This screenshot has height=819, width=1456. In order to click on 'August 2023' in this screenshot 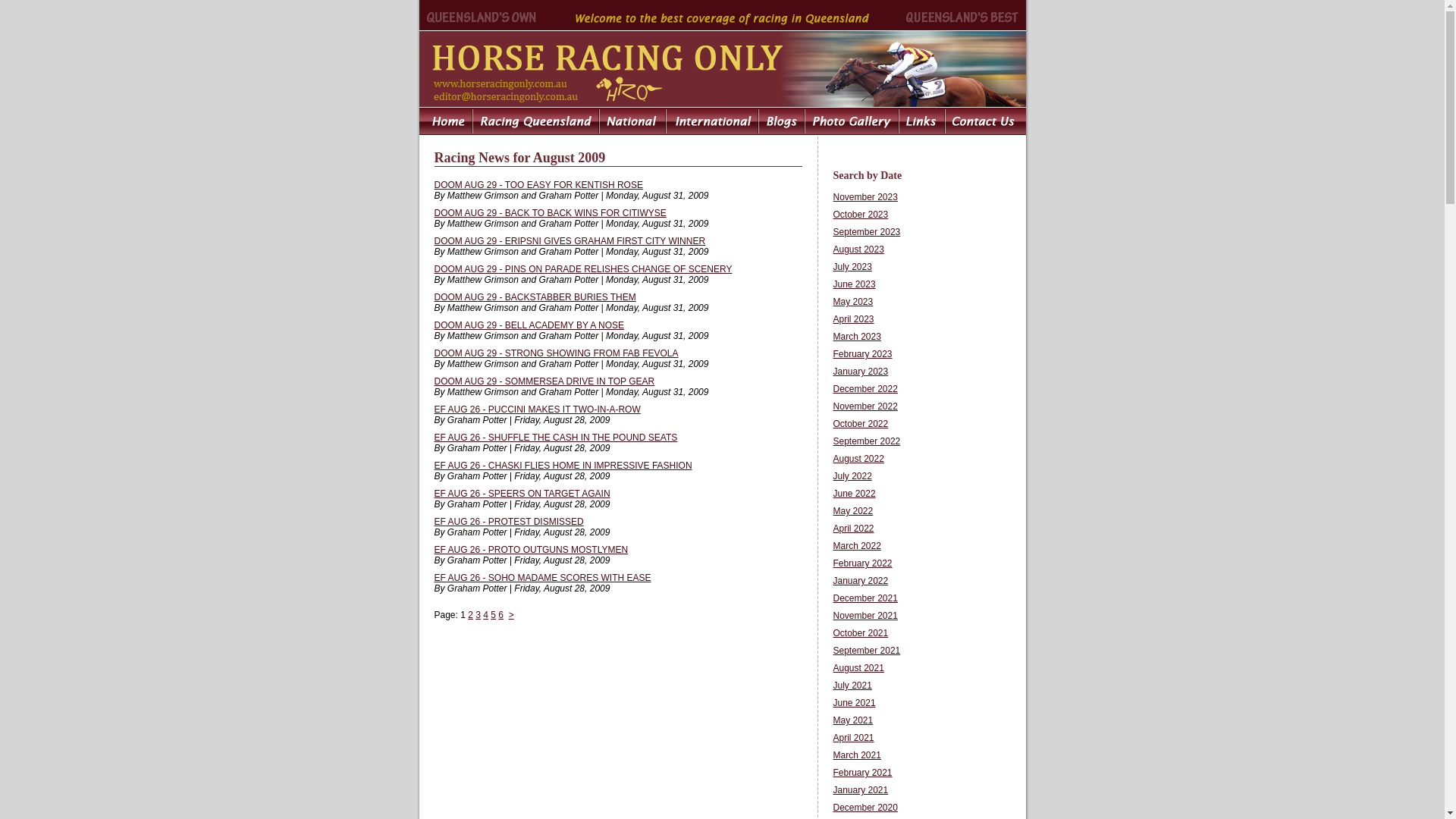, I will do `click(832, 248)`.